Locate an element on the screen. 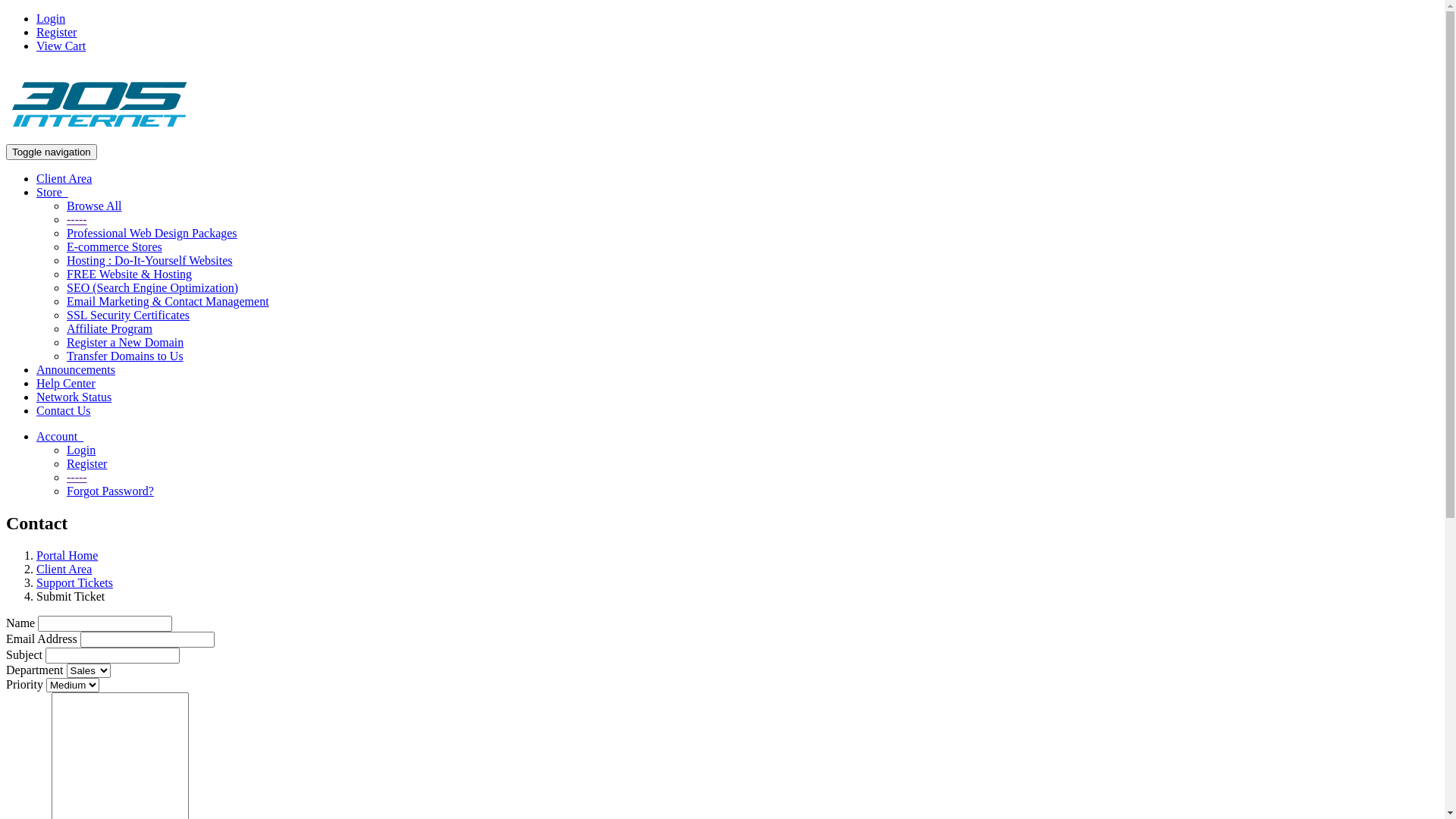  'Network Status' is located at coordinates (73, 396).